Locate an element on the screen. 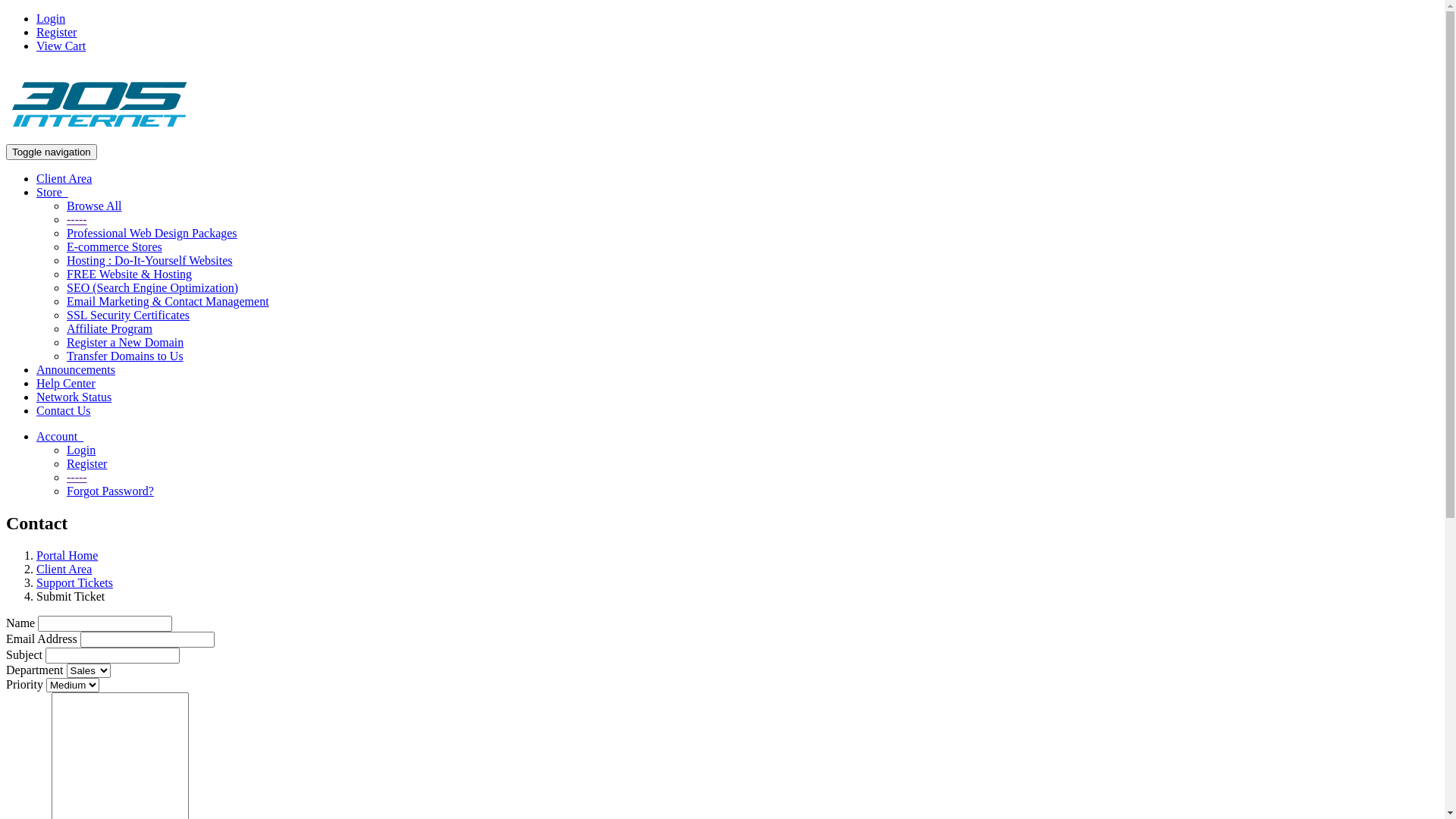  'Network Status' is located at coordinates (73, 396).